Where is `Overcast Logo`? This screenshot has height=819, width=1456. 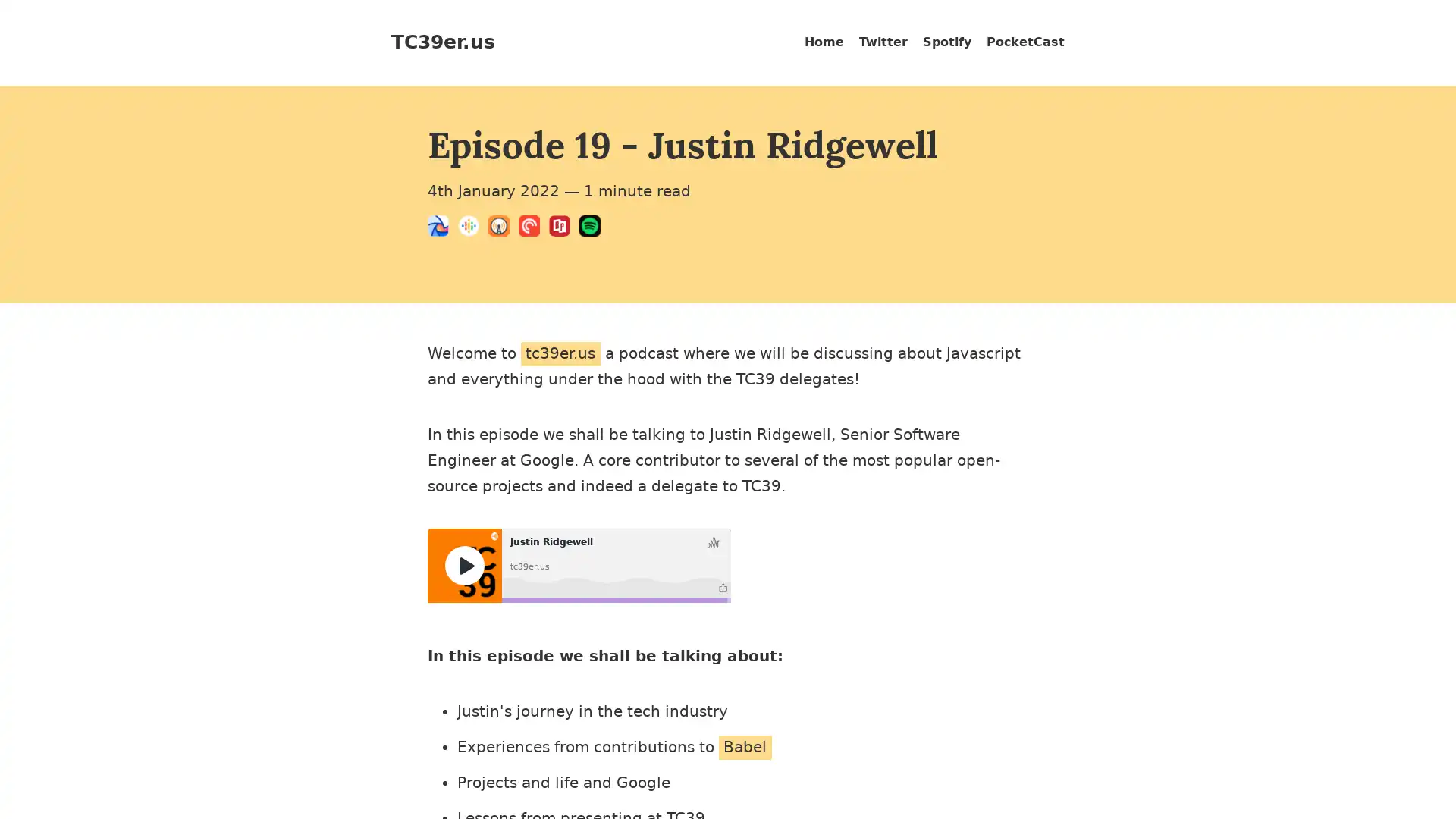 Overcast Logo is located at coordinates (503, 228).